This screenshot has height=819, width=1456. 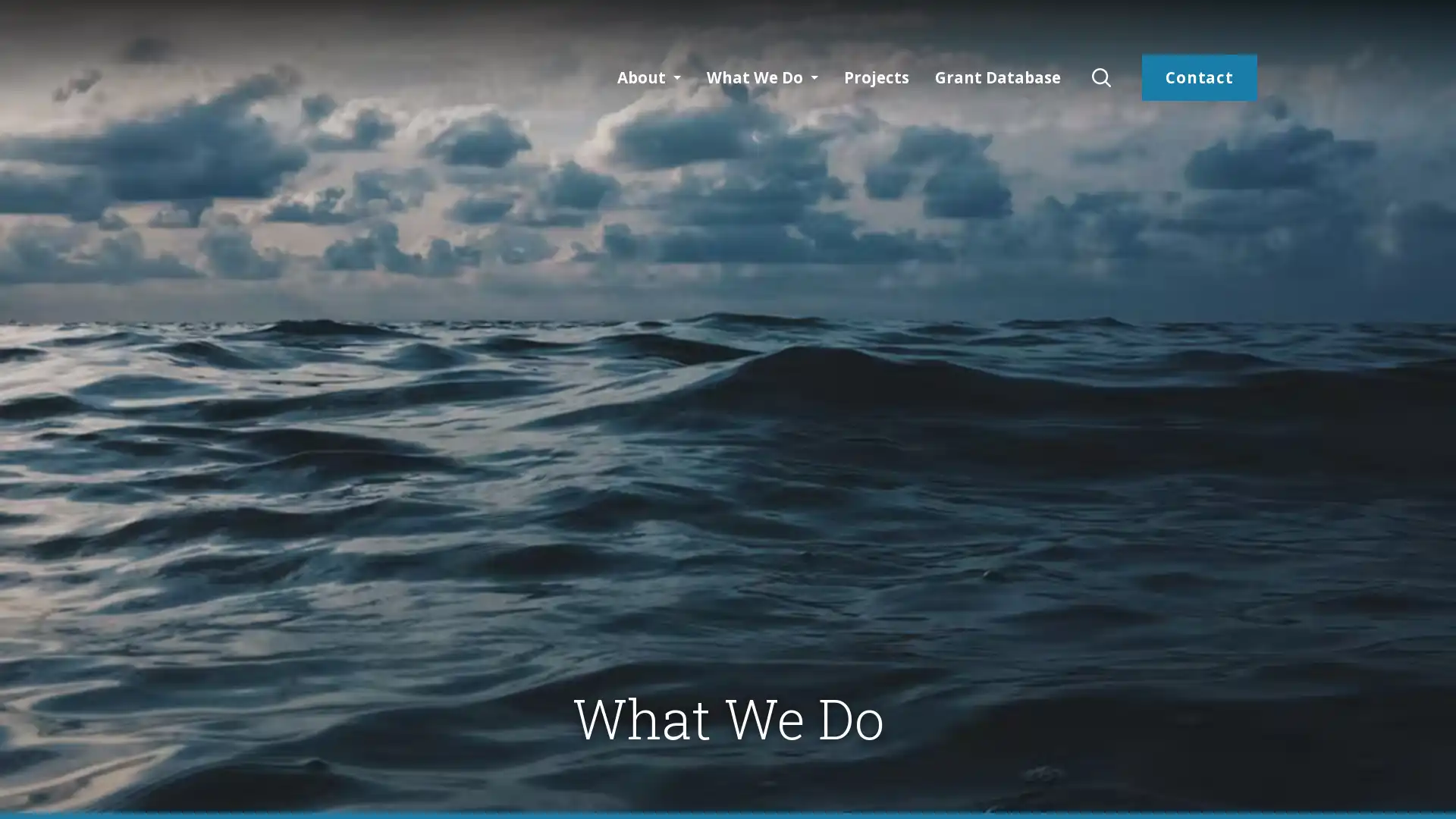 I want to click on Customize, so click(x=1194, y=788).